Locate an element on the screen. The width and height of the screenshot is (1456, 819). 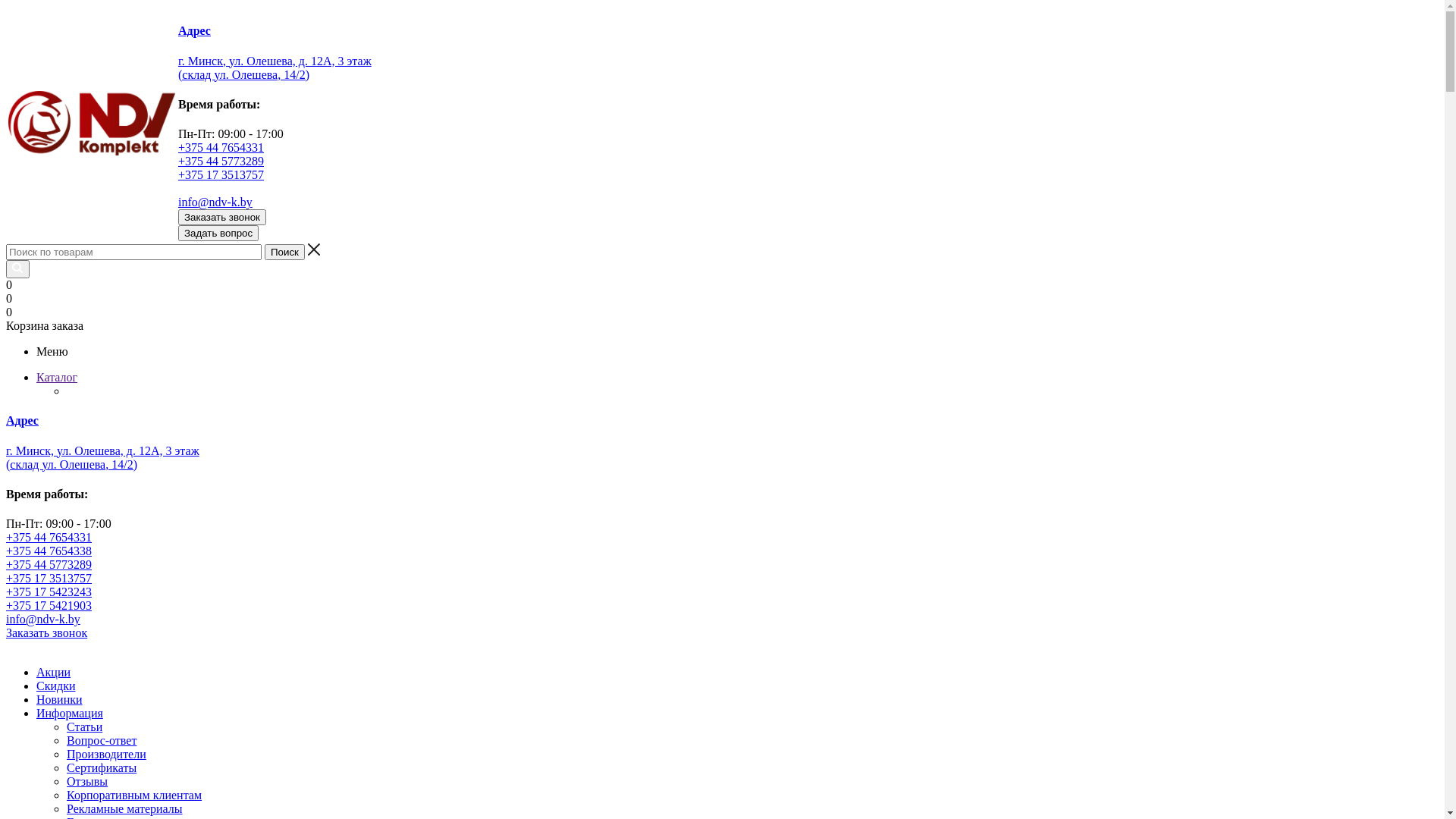
'+375 44 7654331' is located at coordinates (6, 536).